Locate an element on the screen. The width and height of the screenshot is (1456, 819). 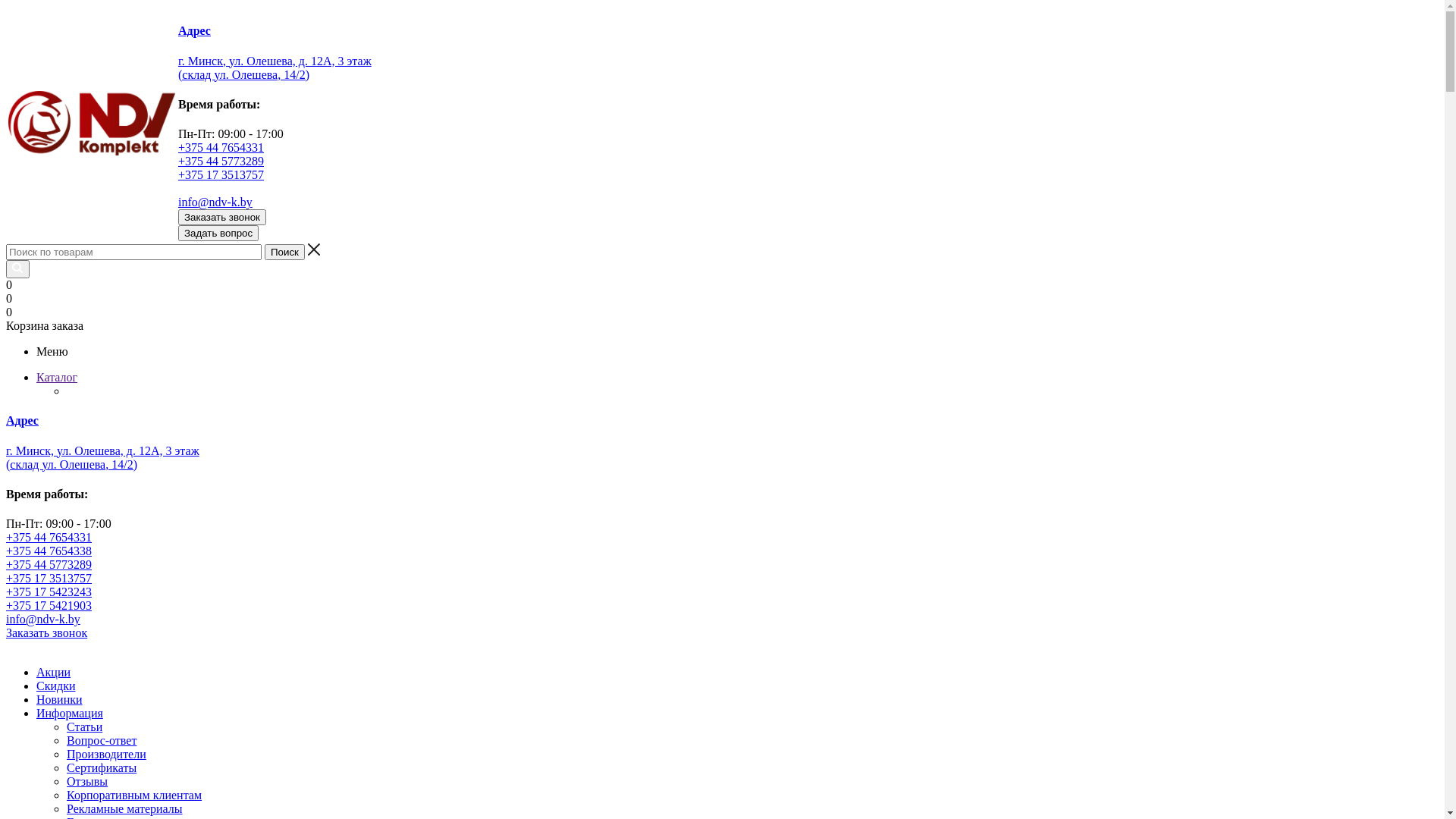
'+375 44 7654331' is located at coordinates (6, 536).